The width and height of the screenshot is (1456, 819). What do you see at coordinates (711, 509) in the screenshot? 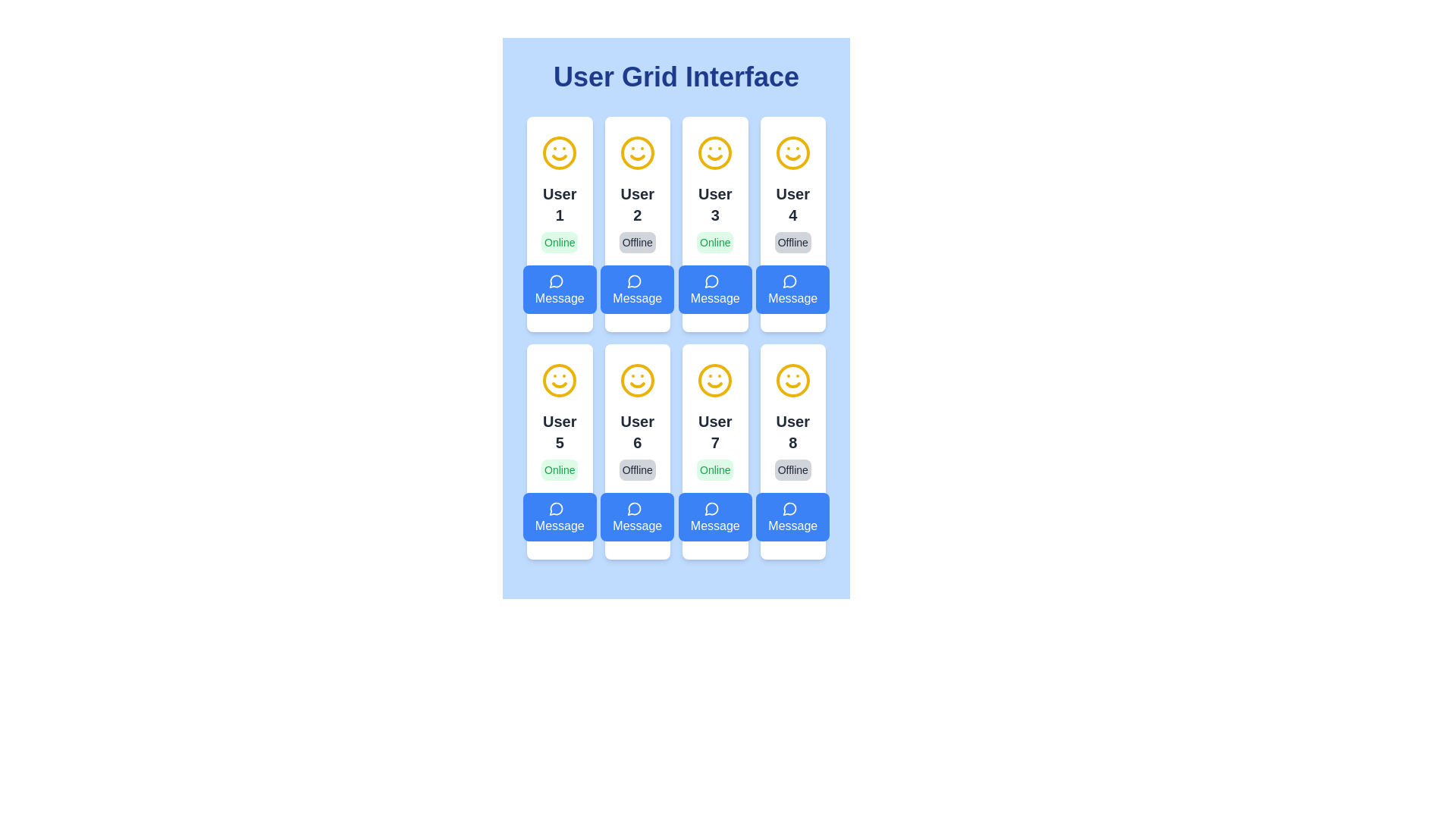
I see `the circular icon representing the messaging action for 'User 7'` at bounding box center [711, 509].